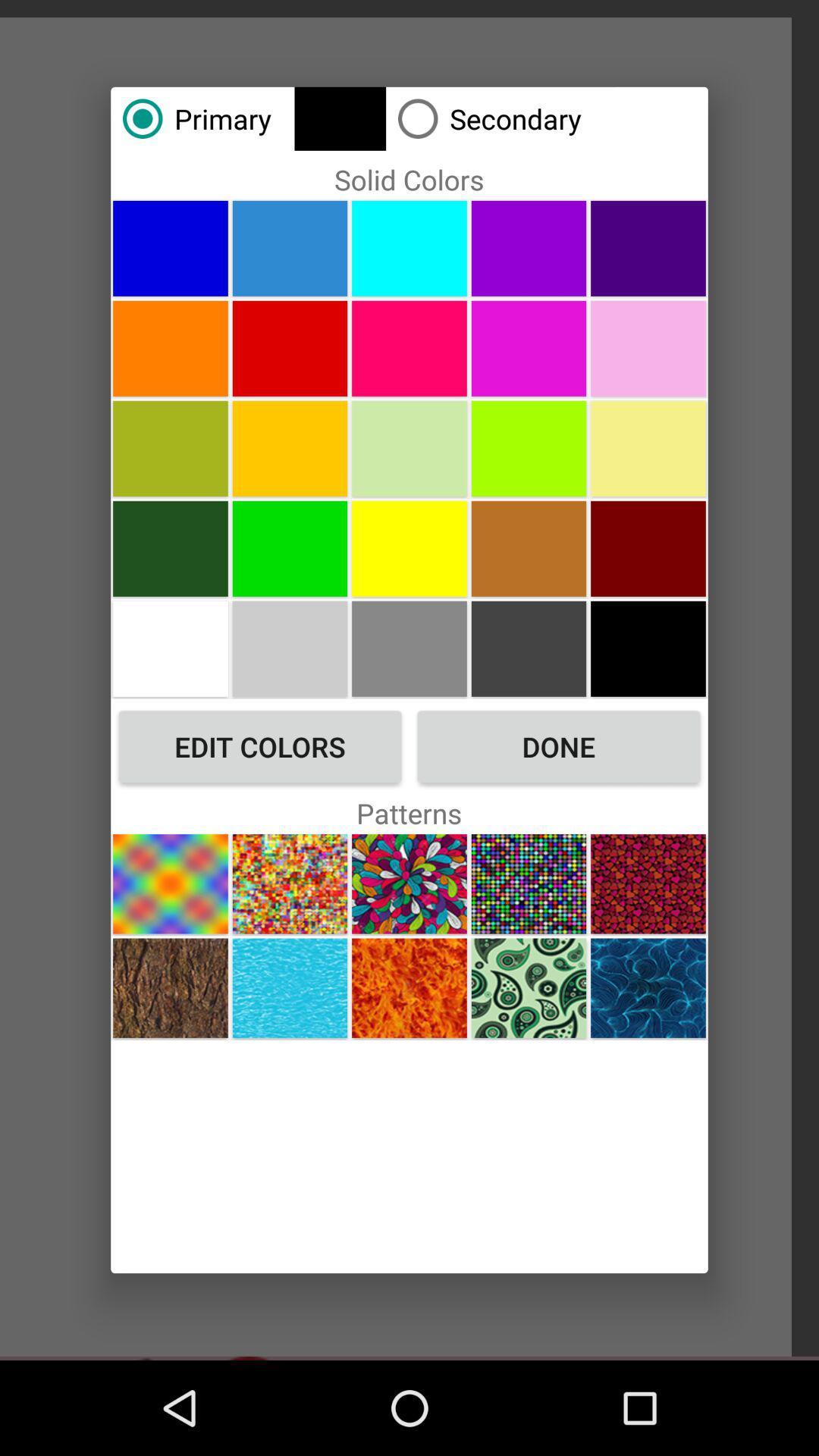 The image size is (819, 1456). I want to click on this color, so click(528, 347).